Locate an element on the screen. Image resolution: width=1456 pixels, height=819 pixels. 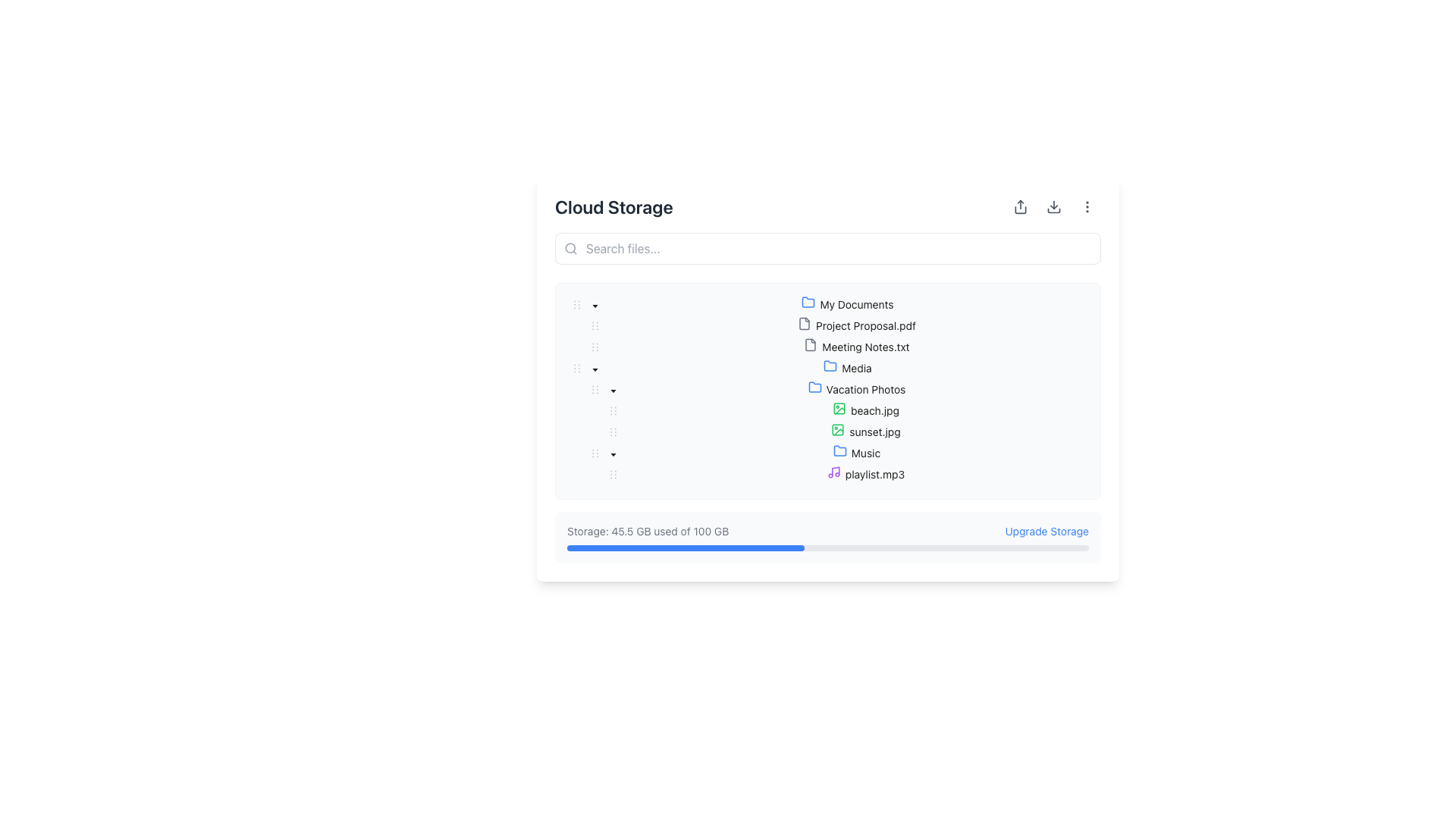
to select the audio file labeled 'playlist.mp3', which is located under the 'Music' folder and is positioned to the right of a purple music note icon is located at coordinates (874, 472).